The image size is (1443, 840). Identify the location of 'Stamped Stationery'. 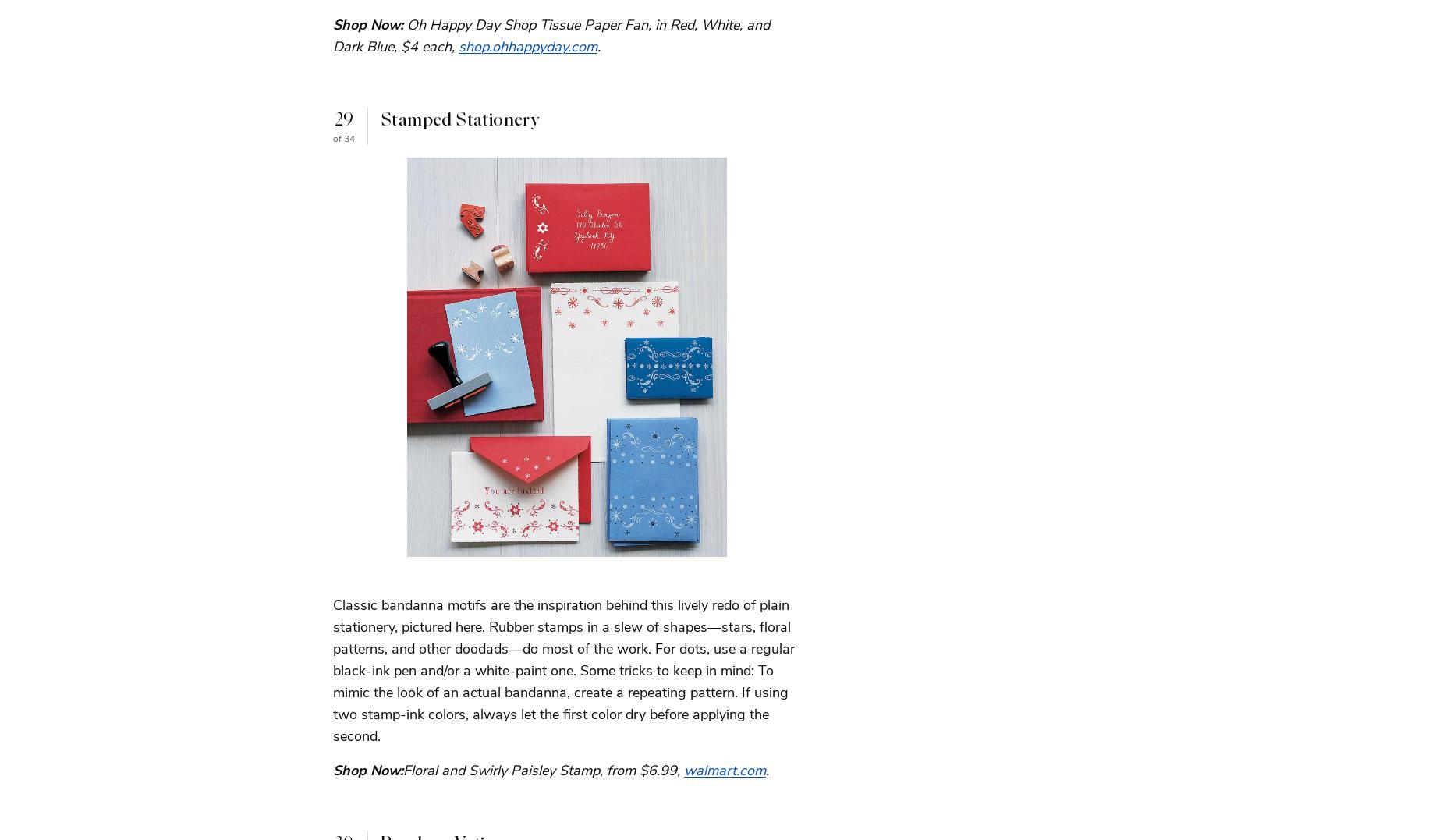
(459, 119).